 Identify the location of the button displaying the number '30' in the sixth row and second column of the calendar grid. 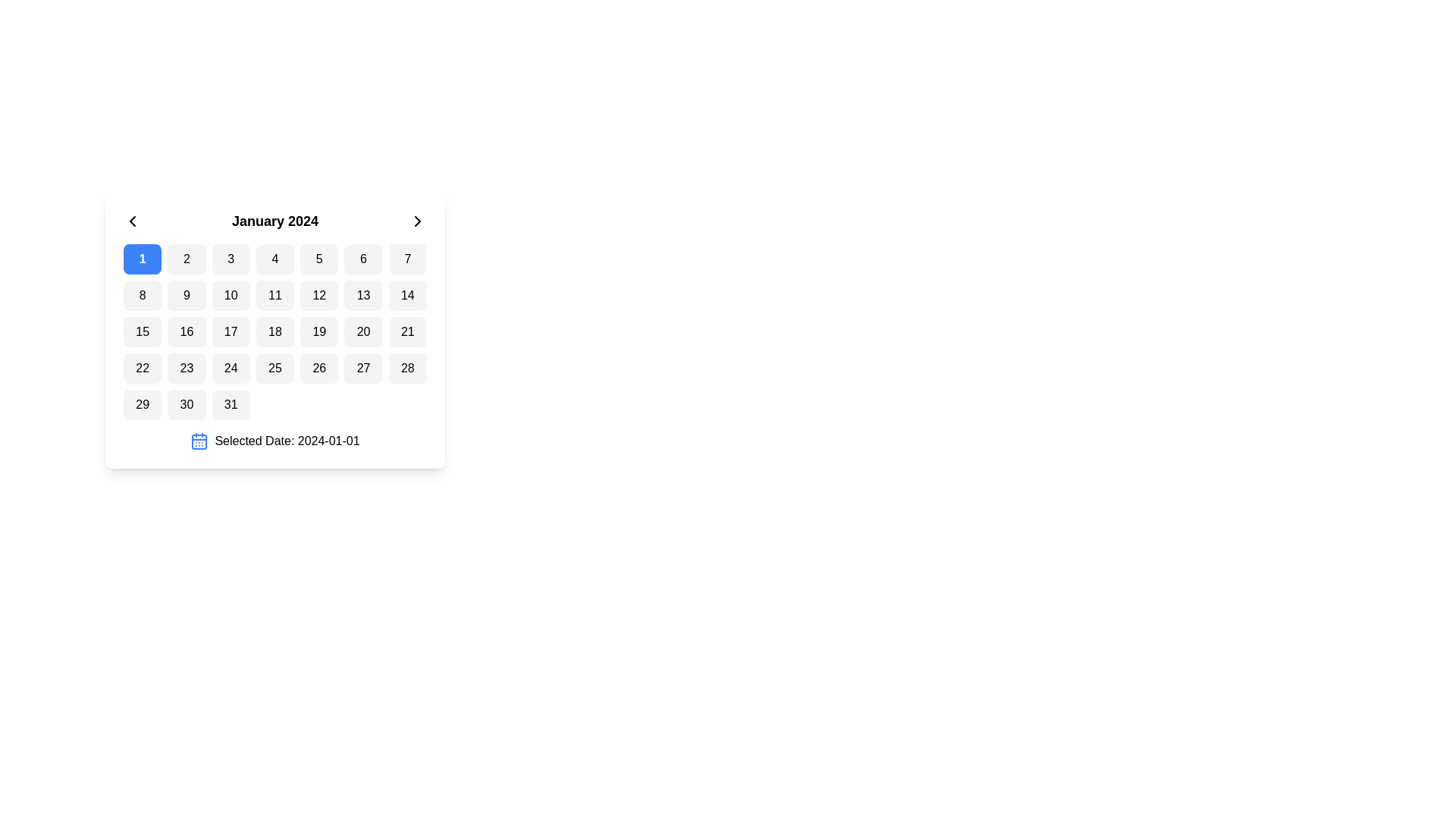
(185, 403).